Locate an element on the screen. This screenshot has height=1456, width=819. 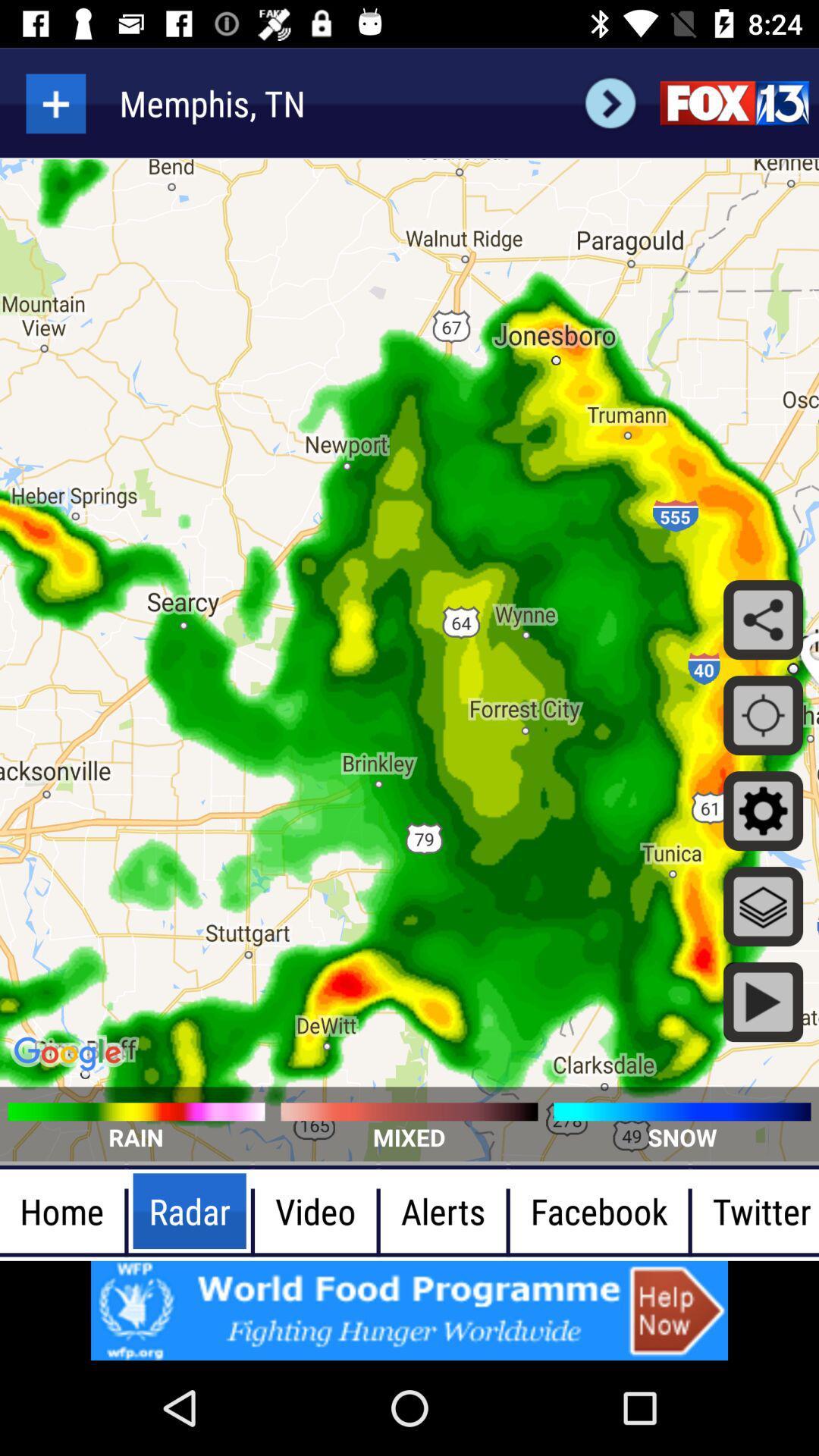
advertisement button is located at coordinates (409, 1310).